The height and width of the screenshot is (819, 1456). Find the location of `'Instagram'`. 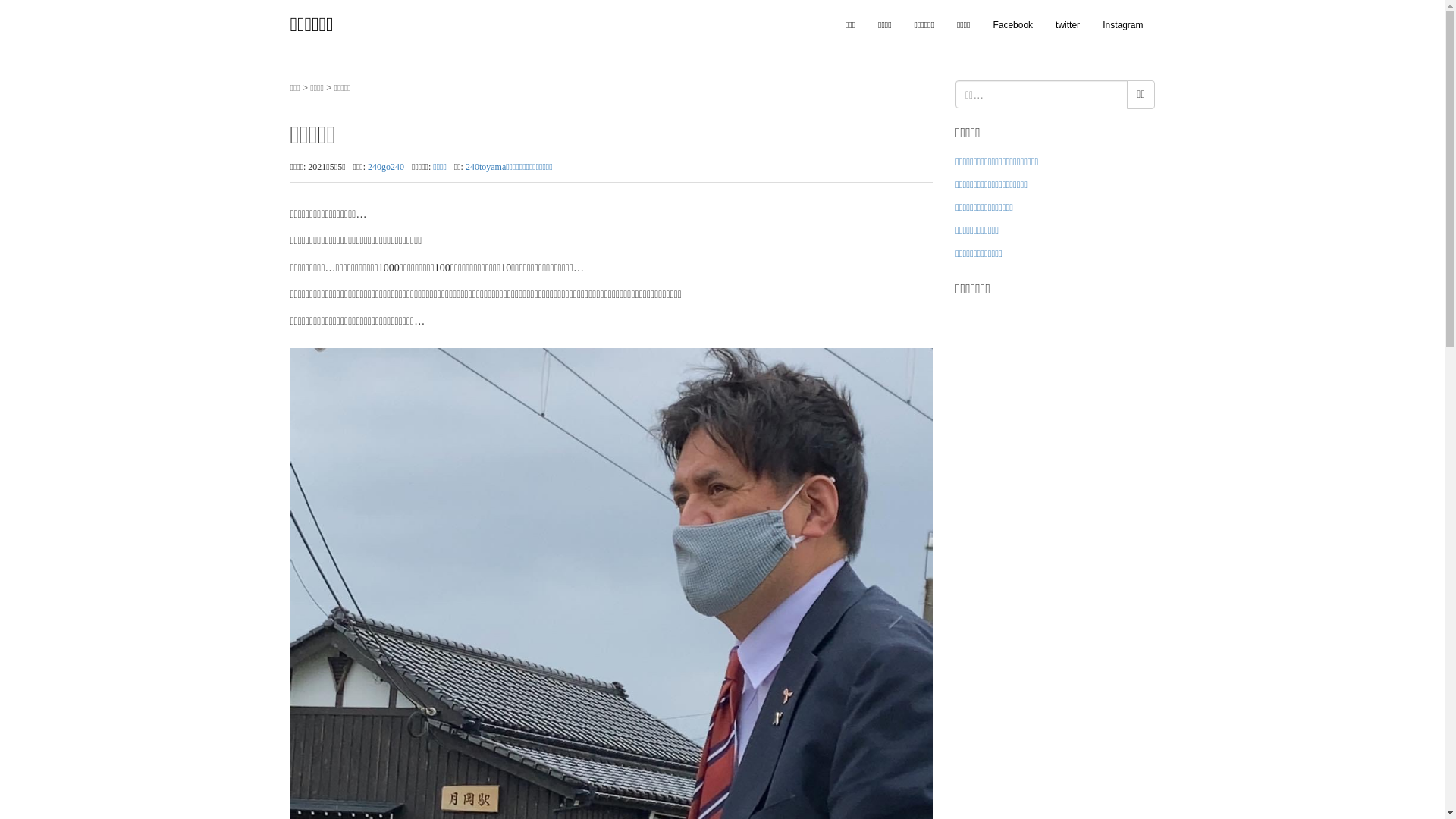

'Instagram' is located at coordinates (1122, 25).